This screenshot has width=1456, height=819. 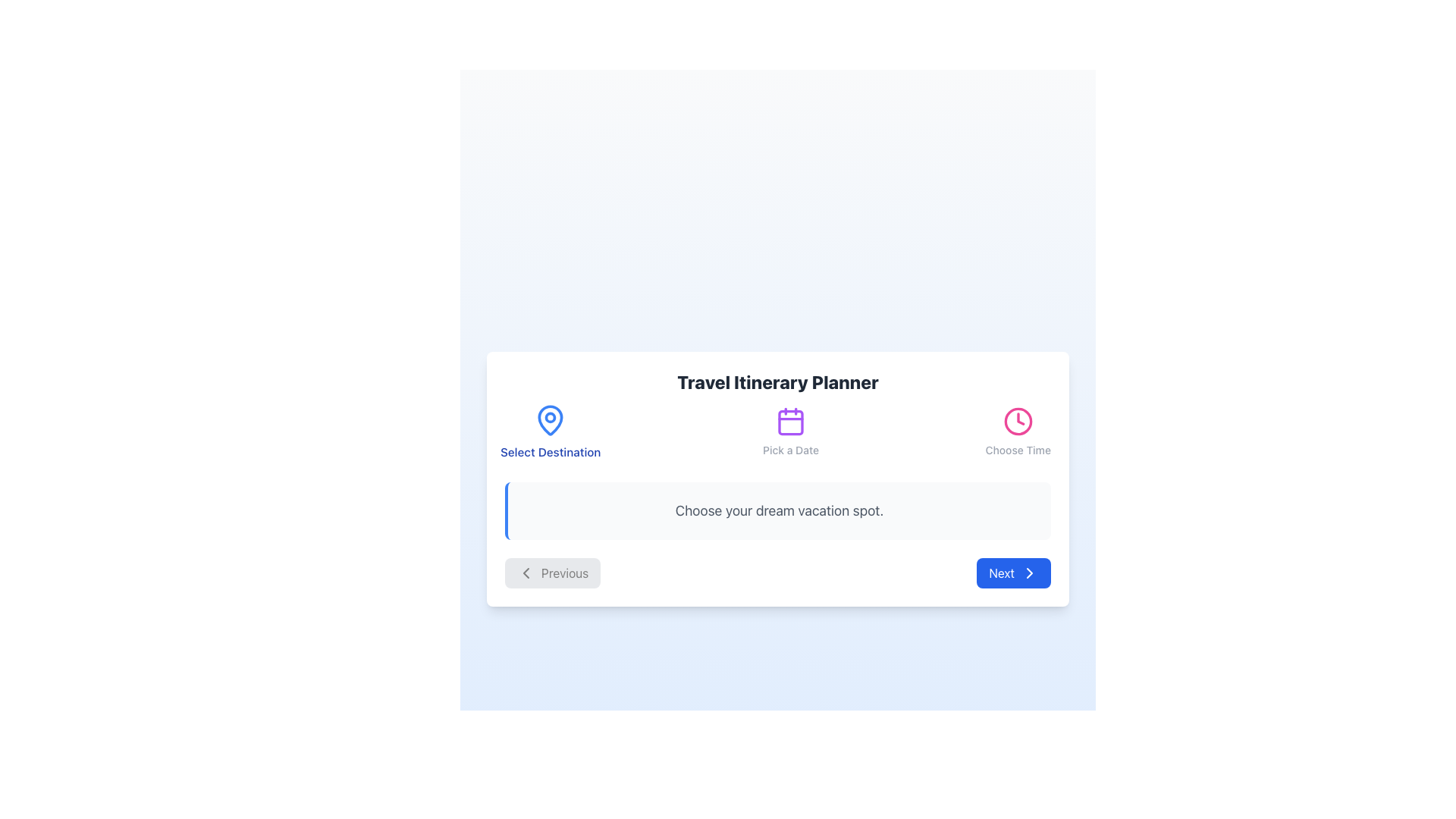 What do you see at coordinates (1018, 421) in the screenshot?
I see `the circular shape element inside the pink clock icon labeled 'Choose Time', which is the third icon in the horizontal arrangement of icons` at bounding box center [1018, 421].